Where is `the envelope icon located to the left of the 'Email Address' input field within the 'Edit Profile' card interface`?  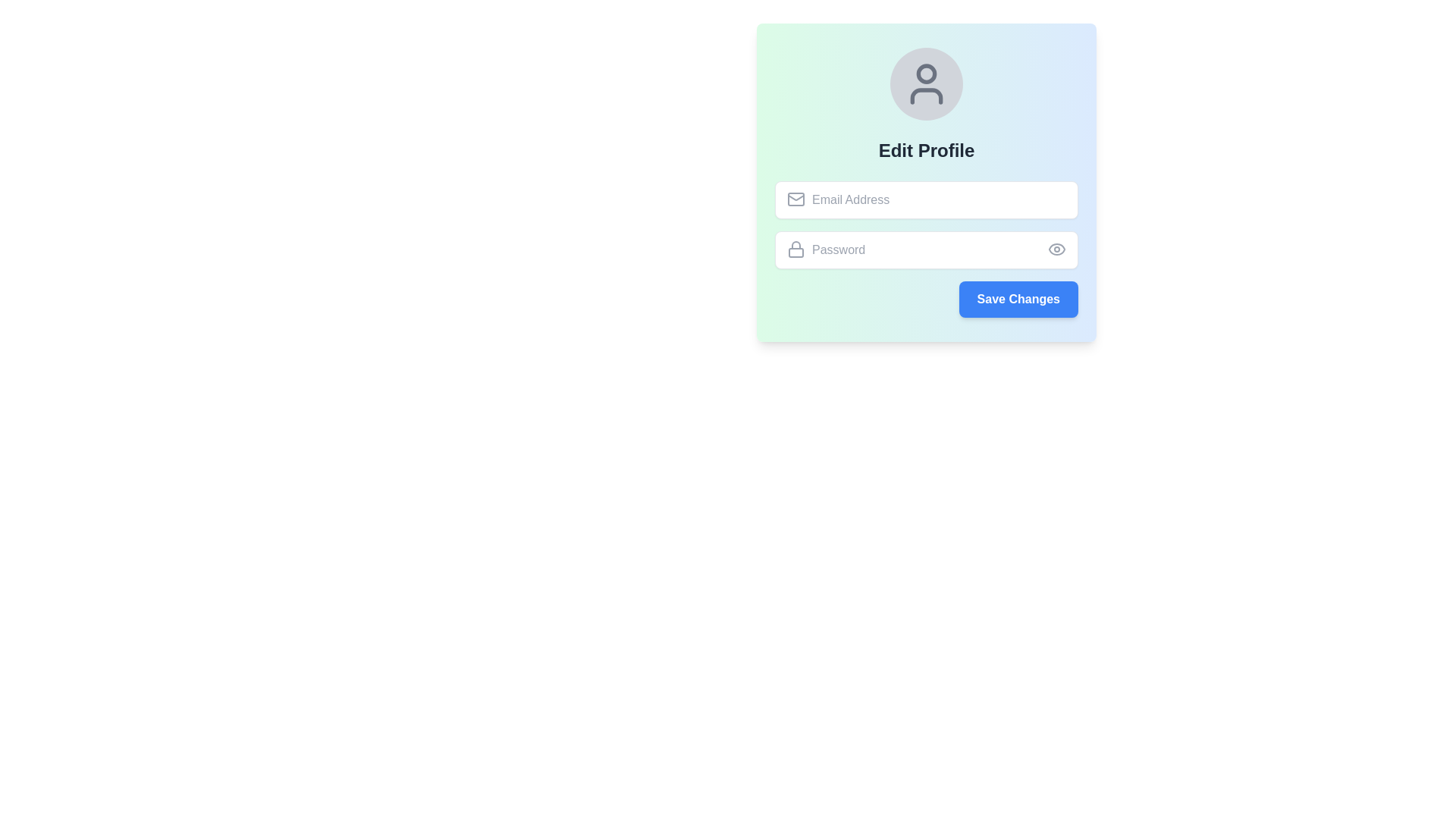 the envelope icon located to the left of the 'Email Address' input field within the 'Edit Profile' card interface is located at coordinates (795, 198).